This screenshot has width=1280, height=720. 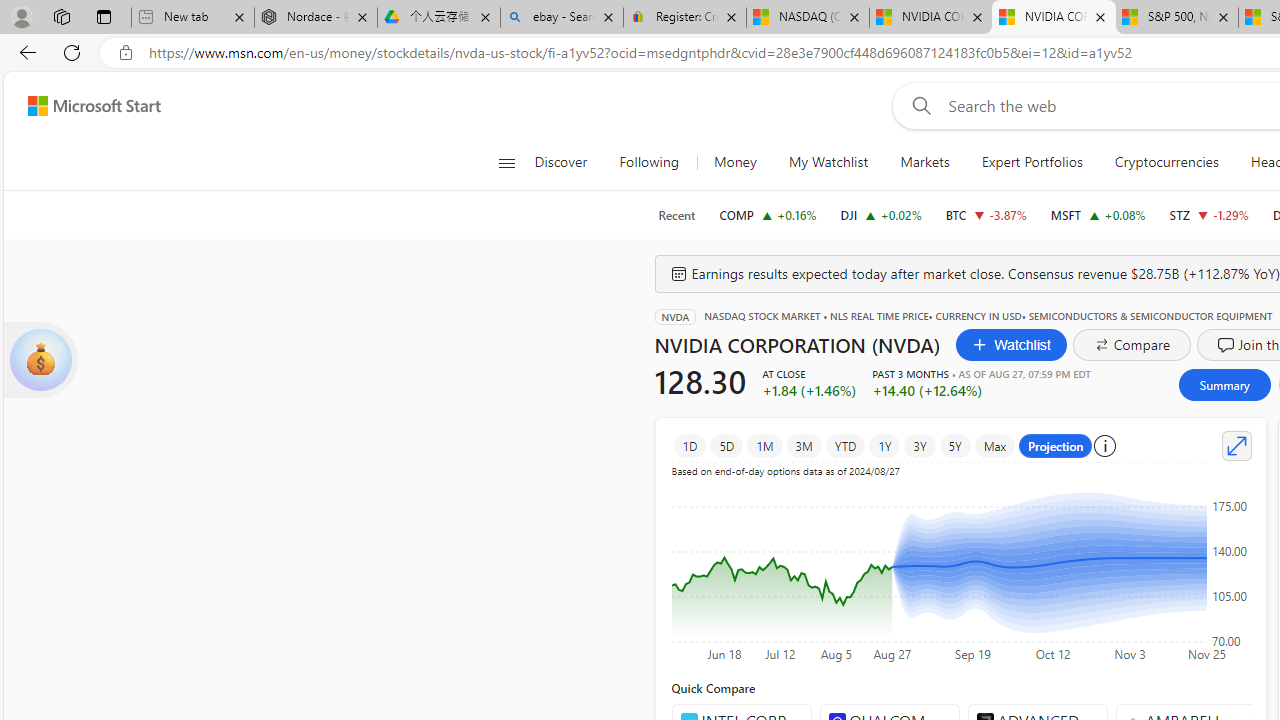 I want to click on 'Recent', so click(x=677, y=215).